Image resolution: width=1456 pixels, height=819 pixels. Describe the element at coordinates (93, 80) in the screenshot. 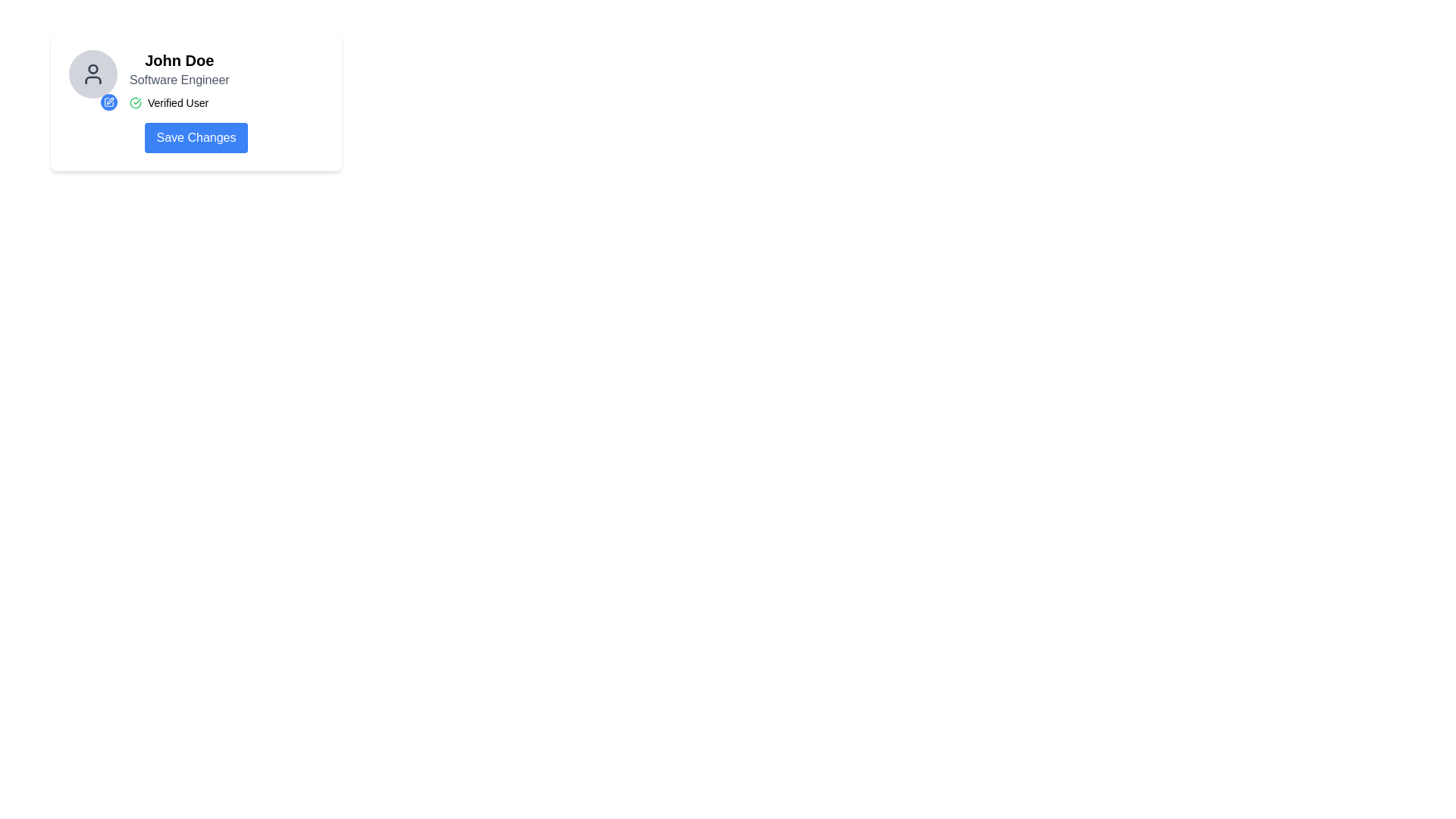

I see `the User Profile Avatar` at that location.